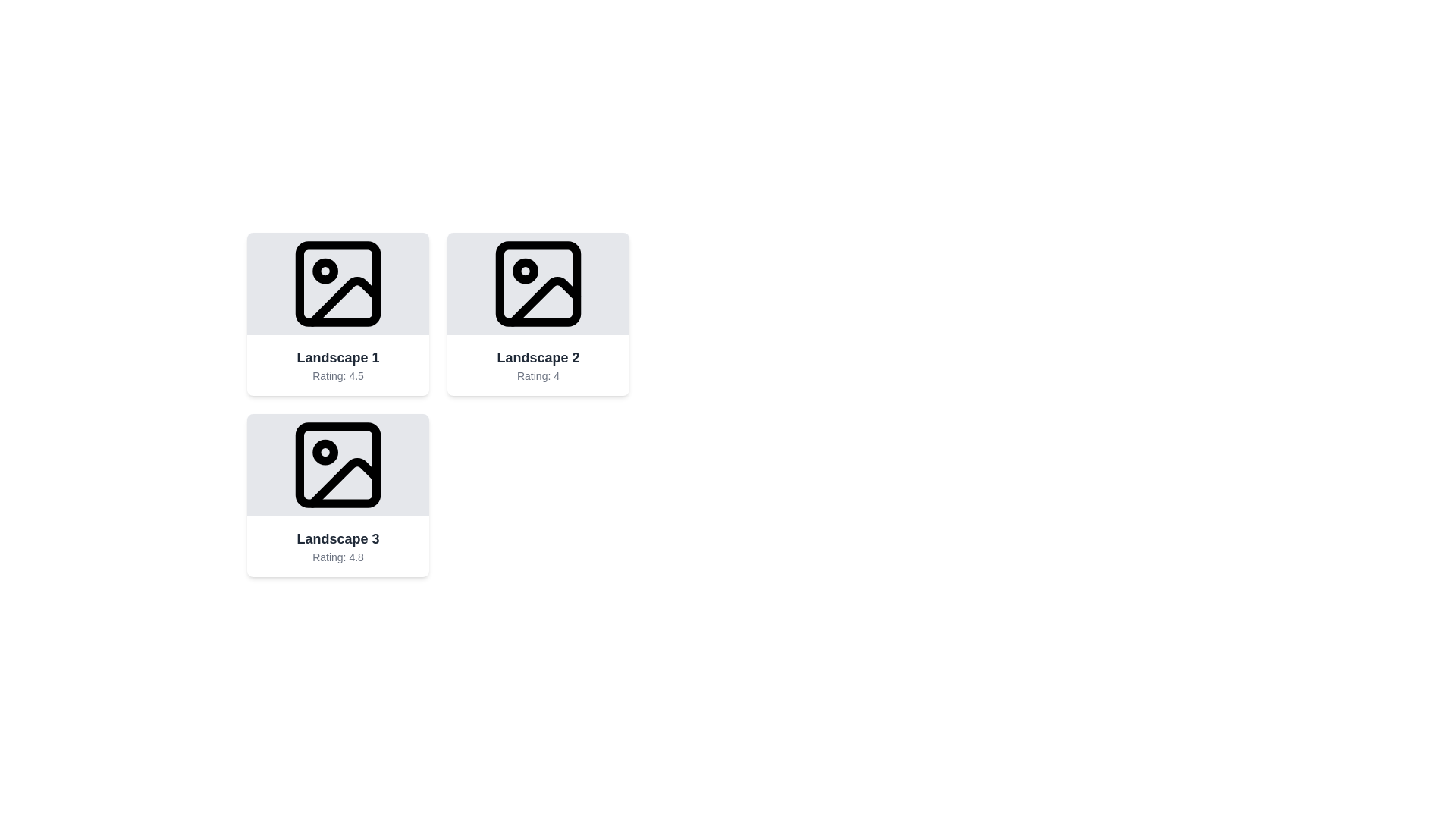  I want to click on the decorative rectangle within the 'Landscape 2' card icon, which features a black border and is positioned in the second position of the grid layout, so click(538, 284).